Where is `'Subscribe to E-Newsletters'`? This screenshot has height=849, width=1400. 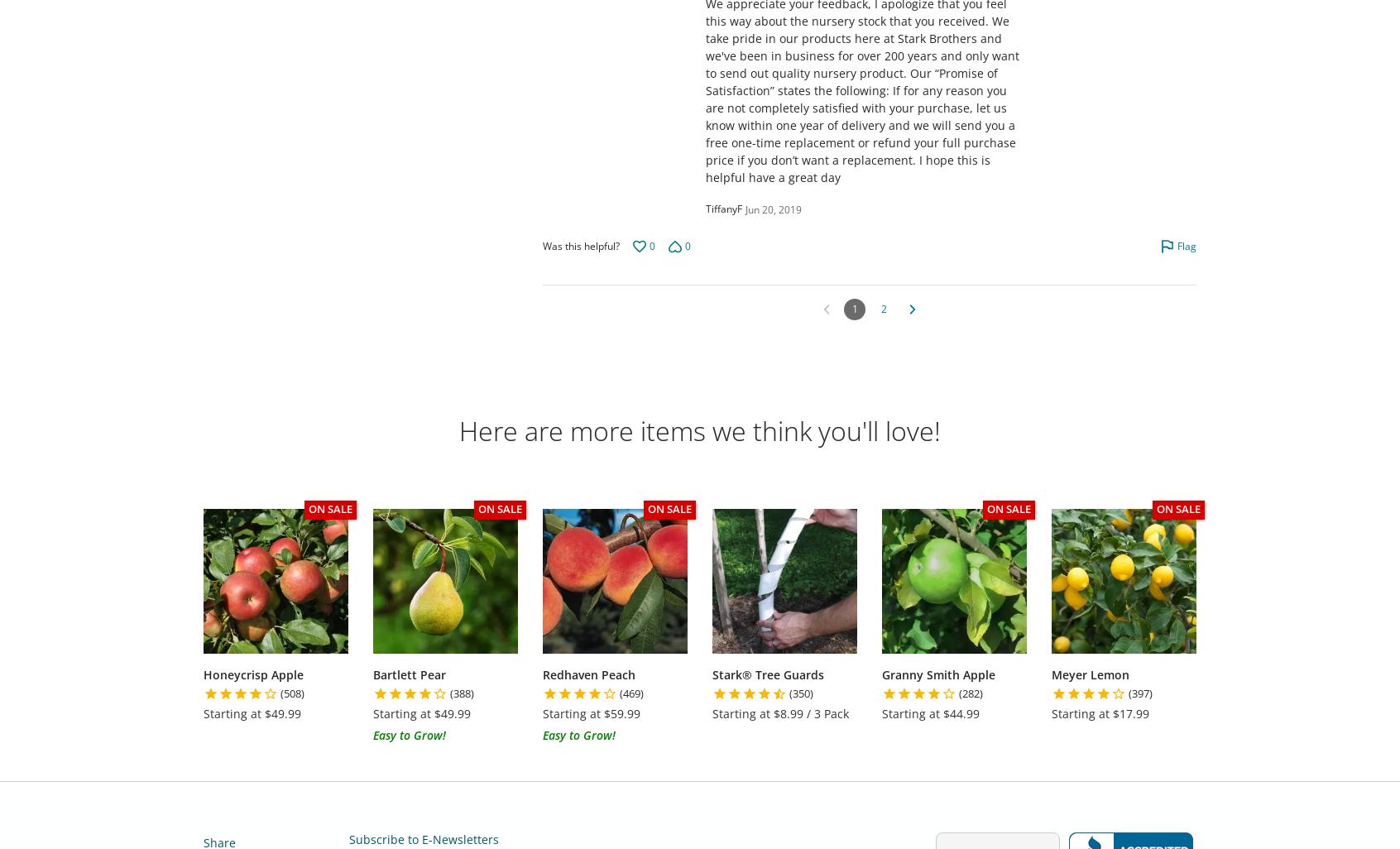 'Subscribe to E-Newsletters' is located at coordinates (424, 837).